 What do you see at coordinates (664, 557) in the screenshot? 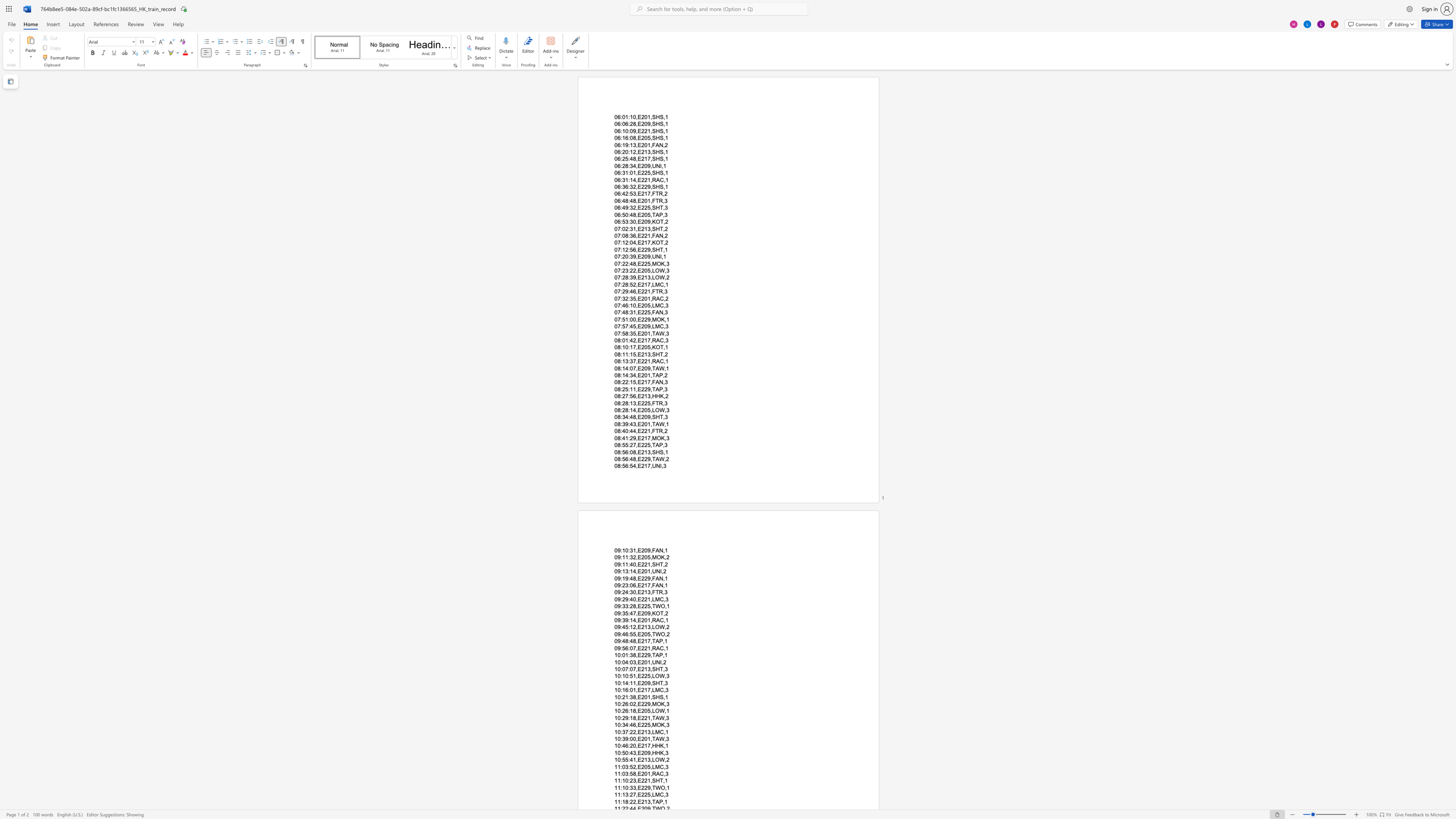
I see `the subset text ",2" within the text "09:11:32,E205,MOK,2"` at bounding box center [664, 557].